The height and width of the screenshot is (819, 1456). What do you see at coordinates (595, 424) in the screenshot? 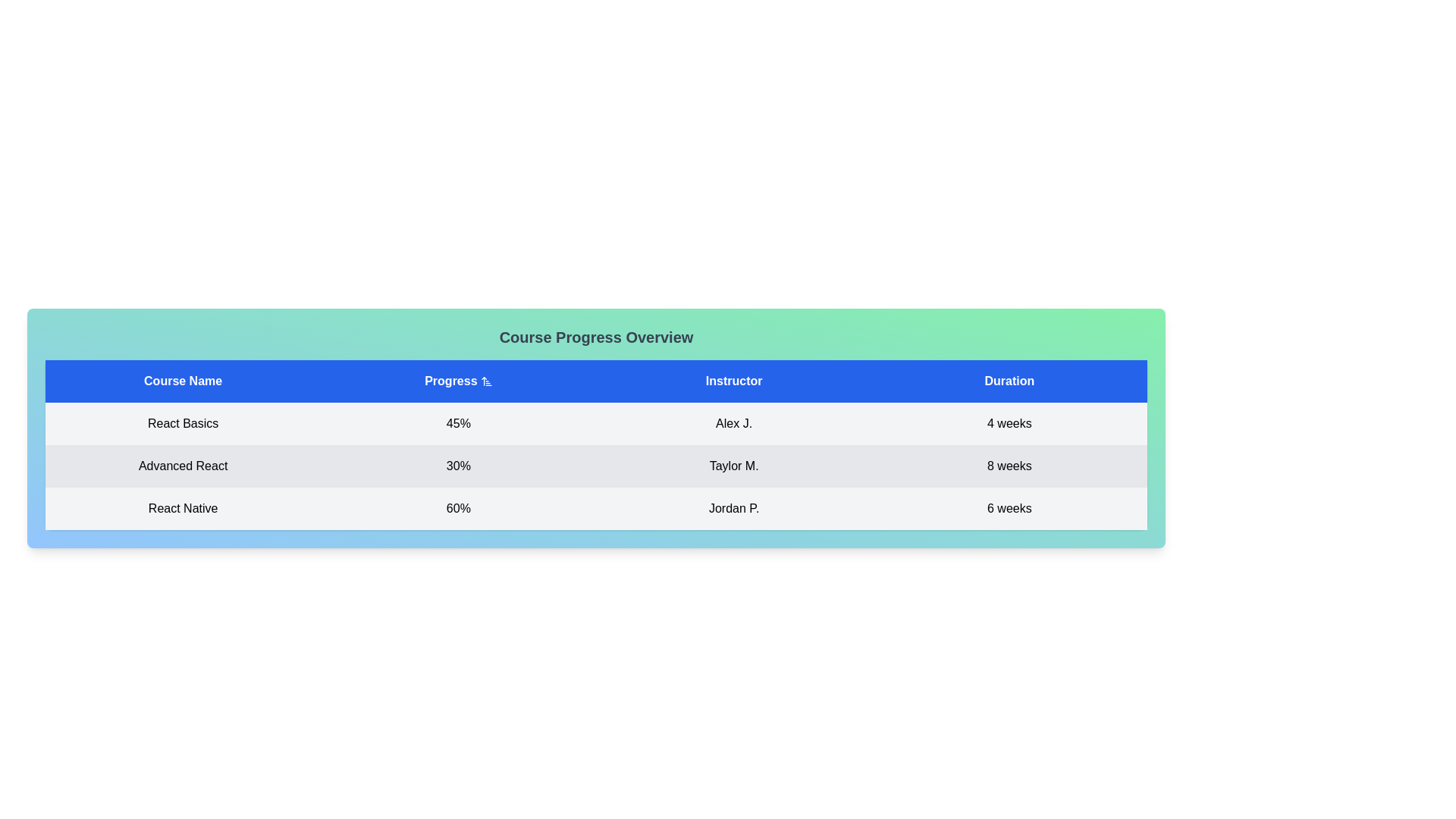
I see `the first row in the course information table that displays the course name 'React Basics', progress percentage '45%', instructor's name 'Alex J.', and course duration '4 weeks'` at bounding box center [595, 424].